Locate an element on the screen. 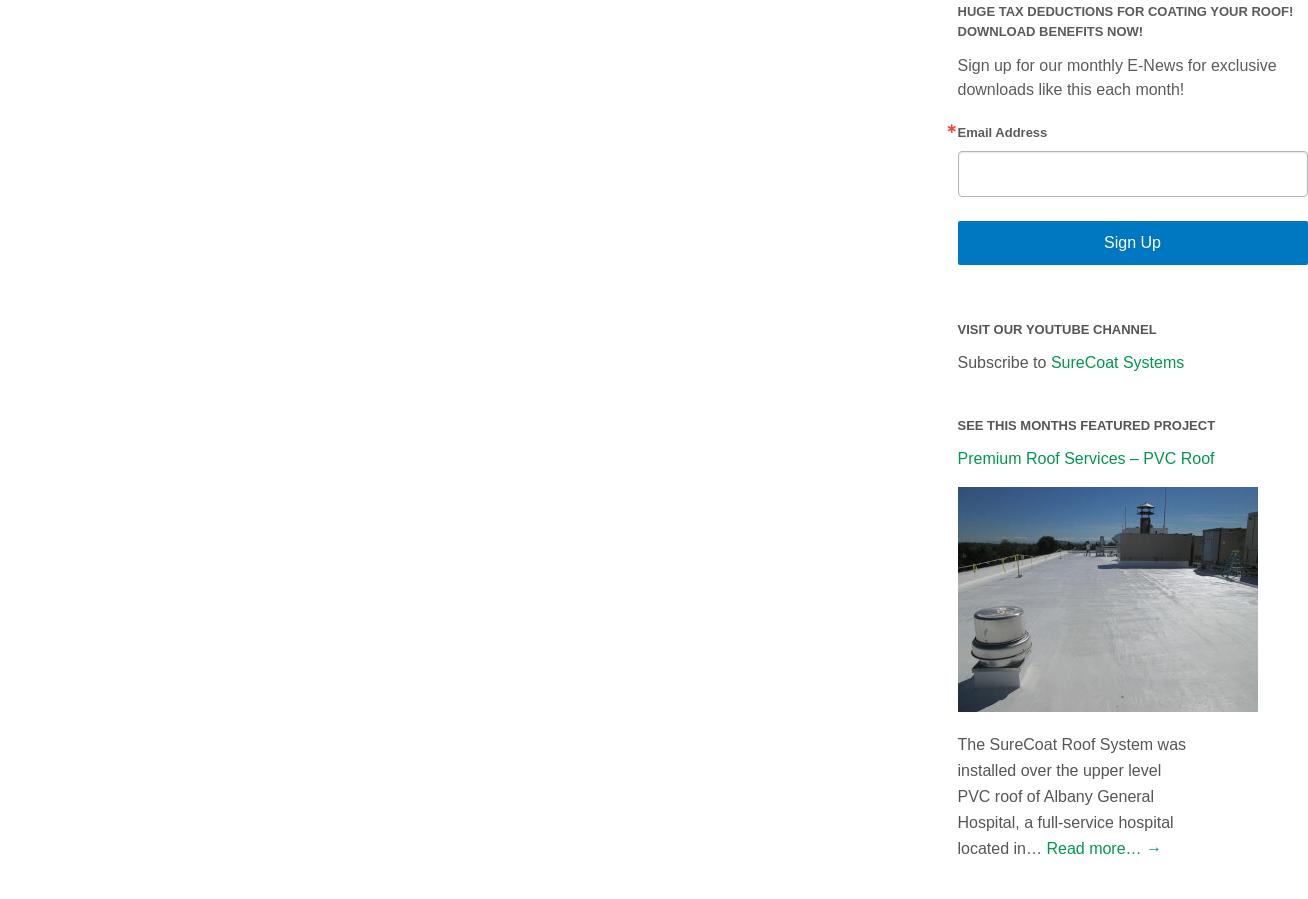 The width and height of the screenshot is (1308, 899). 'Premium Roof Services – PVC Roof' is located at coordinates (1084, 457).